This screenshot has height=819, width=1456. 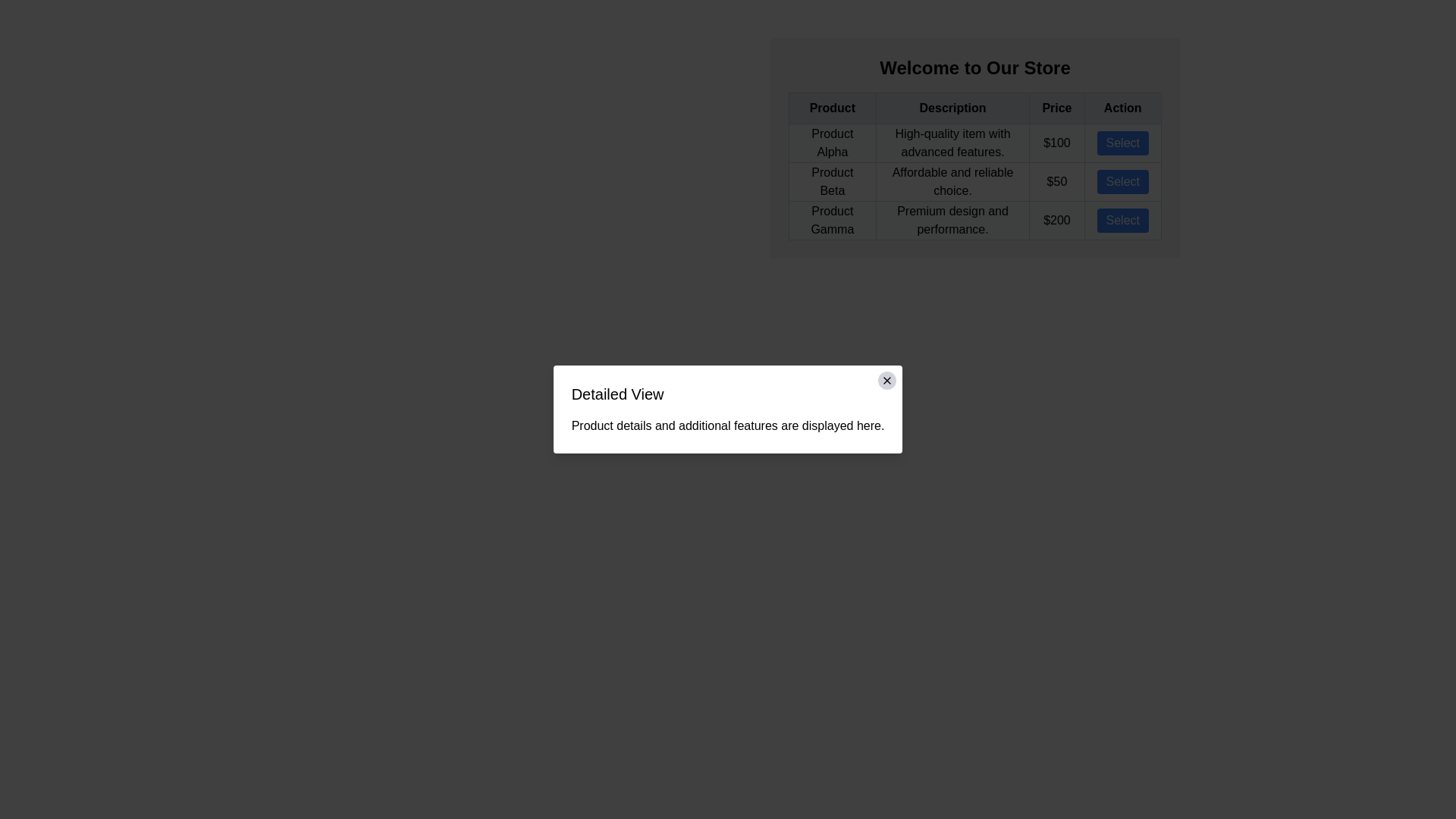 I want to click on the rectangular button with a blue background and white text labeled 'Select' located in the 'Action' column of the 'Product Gamma' row in the table, so click(x=1122, y=220).